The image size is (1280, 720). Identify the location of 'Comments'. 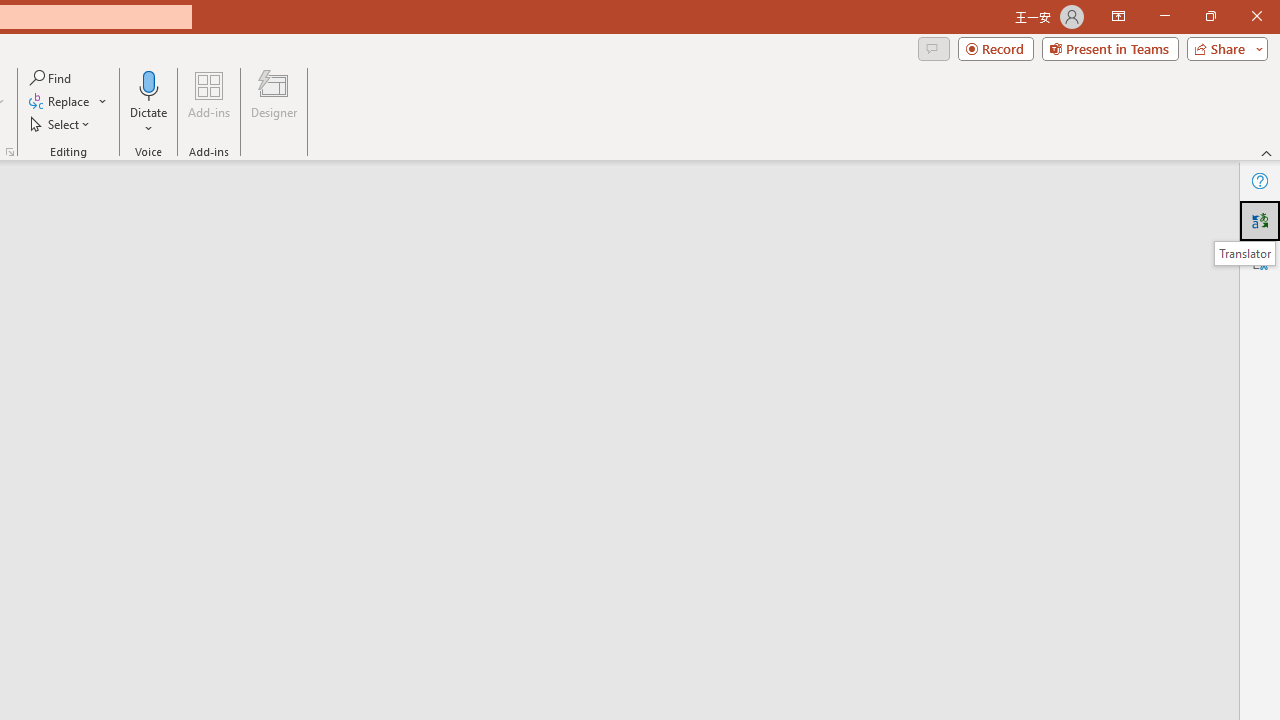
(932, 47).